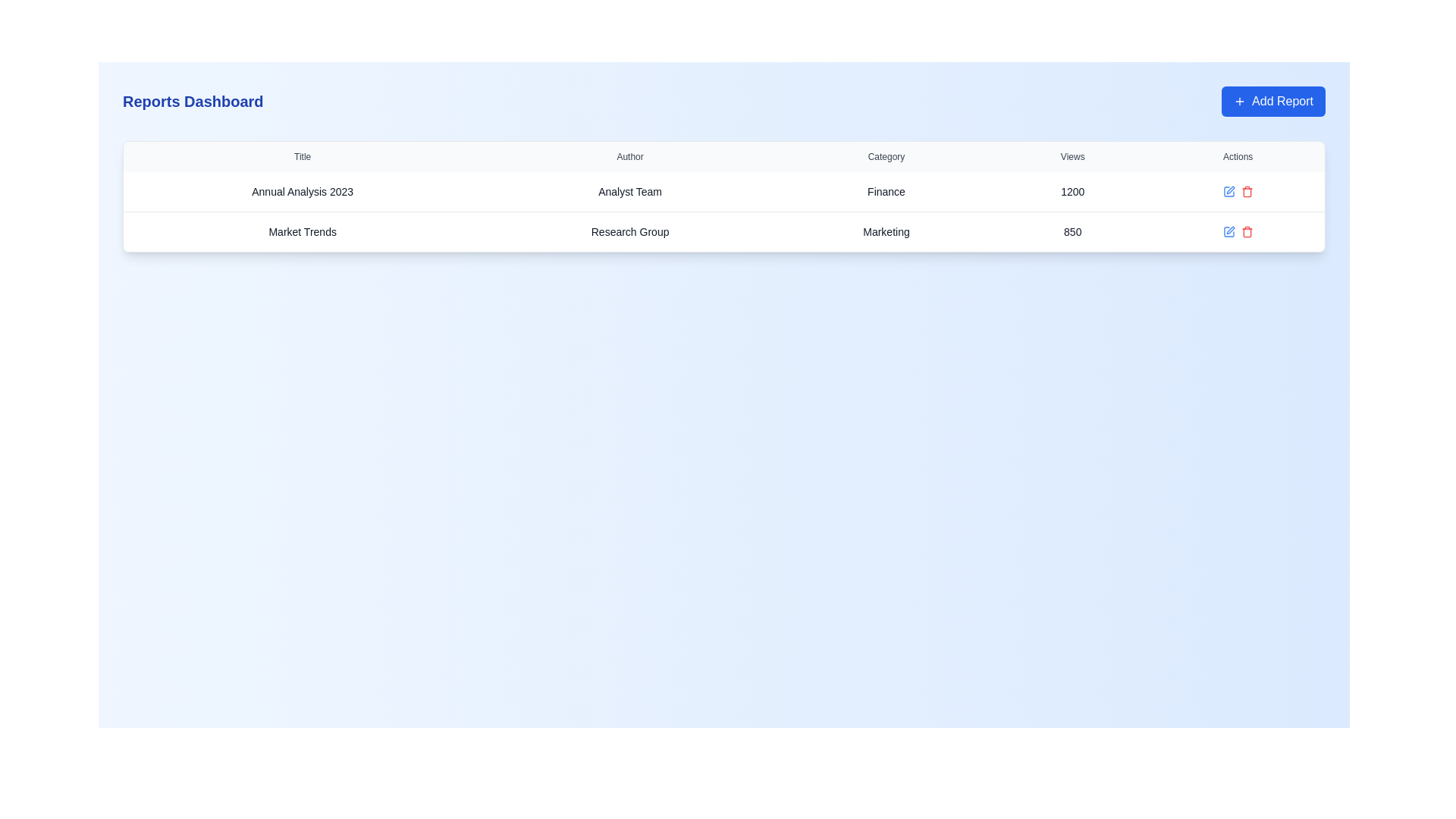 This screenshot has width=1456, height=819. What do you see at coordinates (886, 157) in the screenshot?
I see `the 'Category' header cell in the table, which is the third header cell indicating the content type of the corresponding column` at bounding box center [886, 157].